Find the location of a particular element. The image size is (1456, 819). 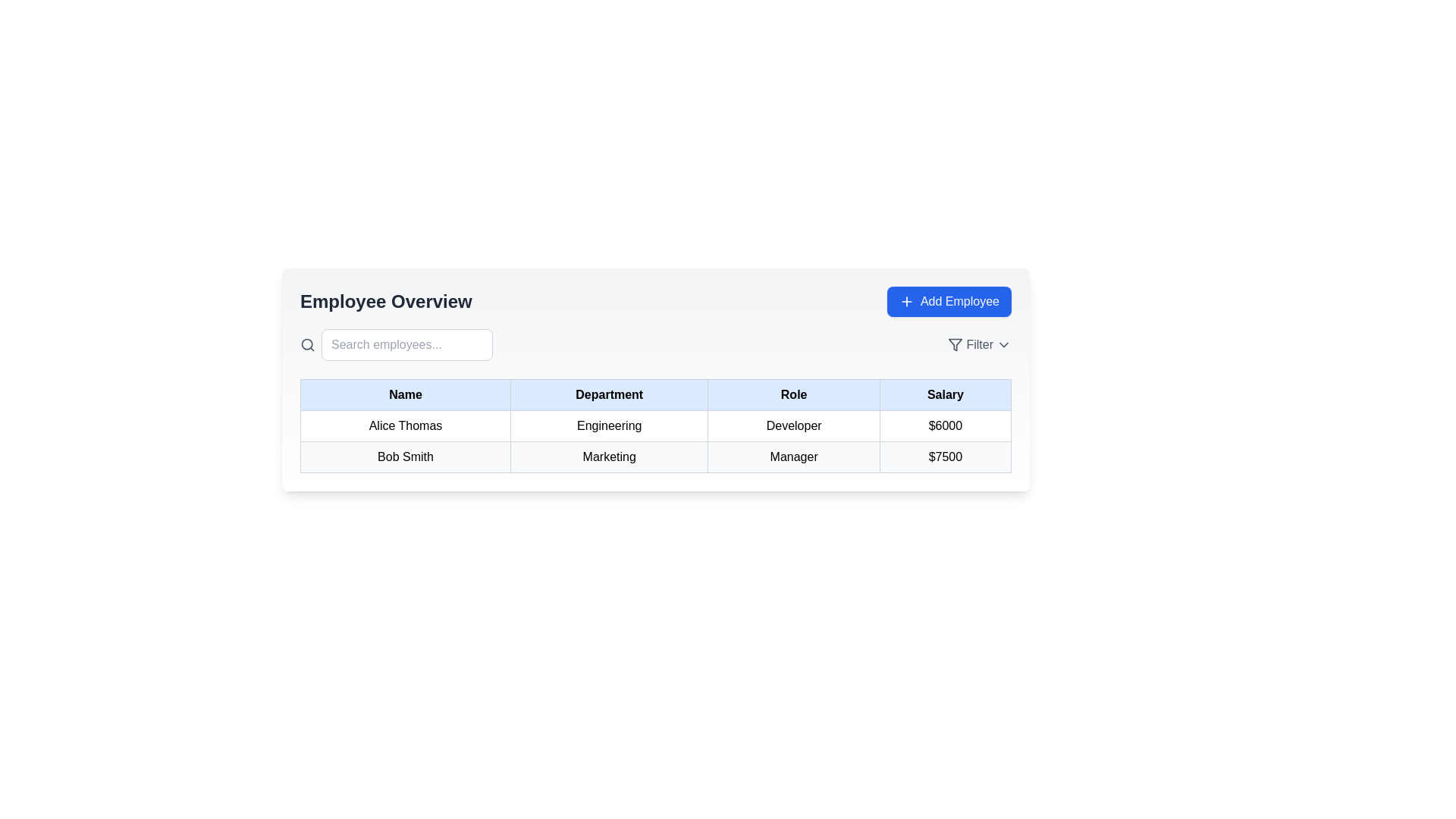

the static text element displaying 'Alice Thomas' located in the first row under the 'Name' column is located at coordinates (405, 426).